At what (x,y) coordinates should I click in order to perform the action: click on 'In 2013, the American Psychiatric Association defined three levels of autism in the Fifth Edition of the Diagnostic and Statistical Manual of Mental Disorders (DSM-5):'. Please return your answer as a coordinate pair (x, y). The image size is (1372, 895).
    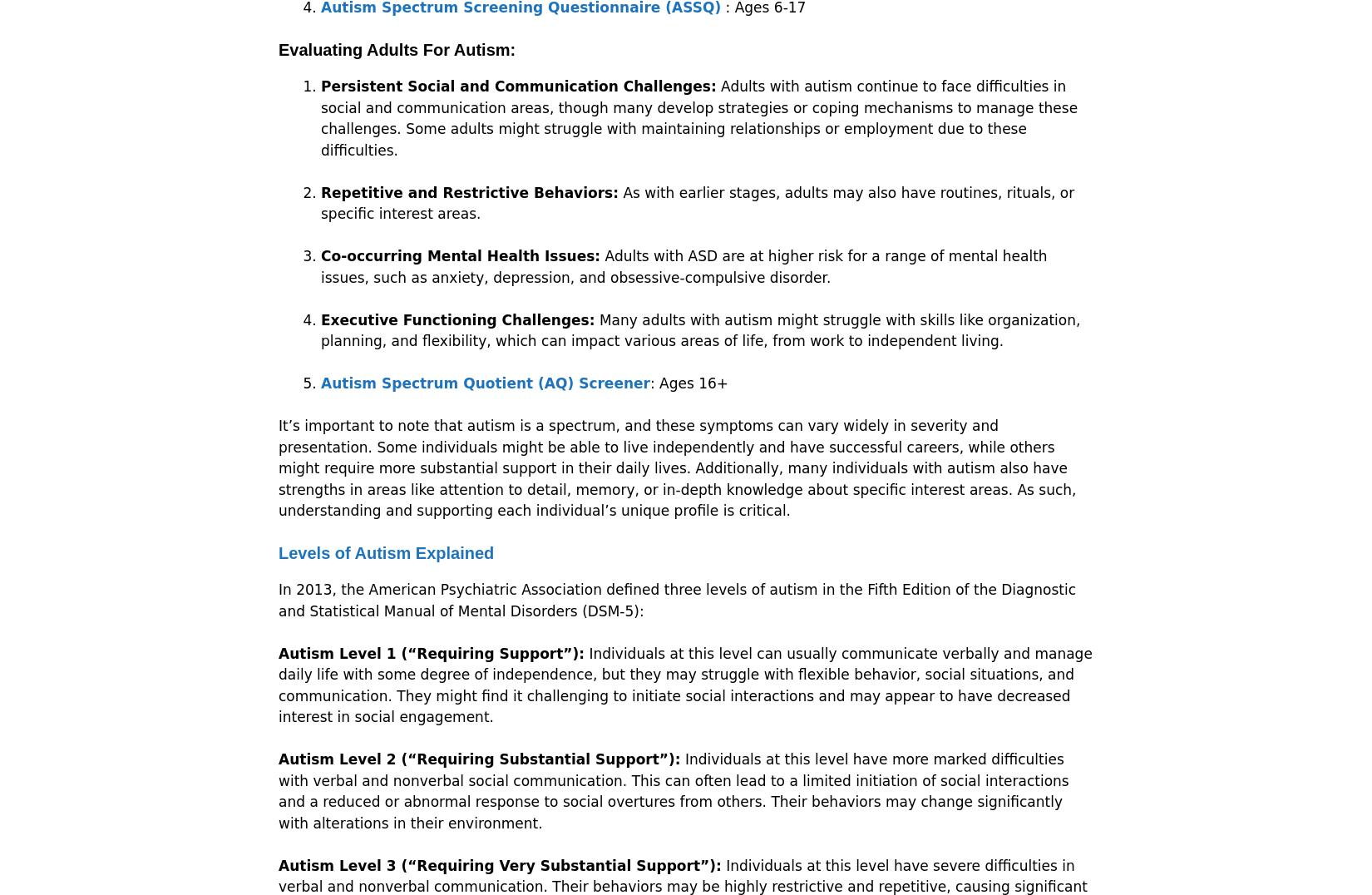
    Looking at the image, I should click on (676, 599).